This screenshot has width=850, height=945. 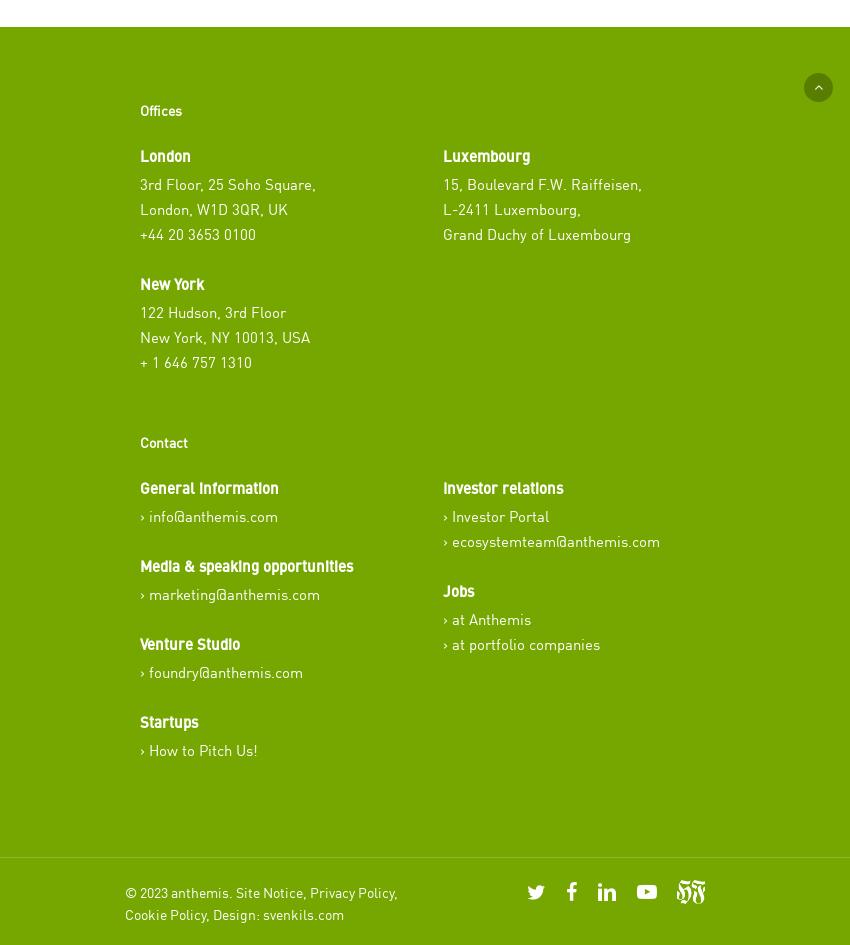 I want to click on 'Cookie Policy', so click(x=165, y=913).